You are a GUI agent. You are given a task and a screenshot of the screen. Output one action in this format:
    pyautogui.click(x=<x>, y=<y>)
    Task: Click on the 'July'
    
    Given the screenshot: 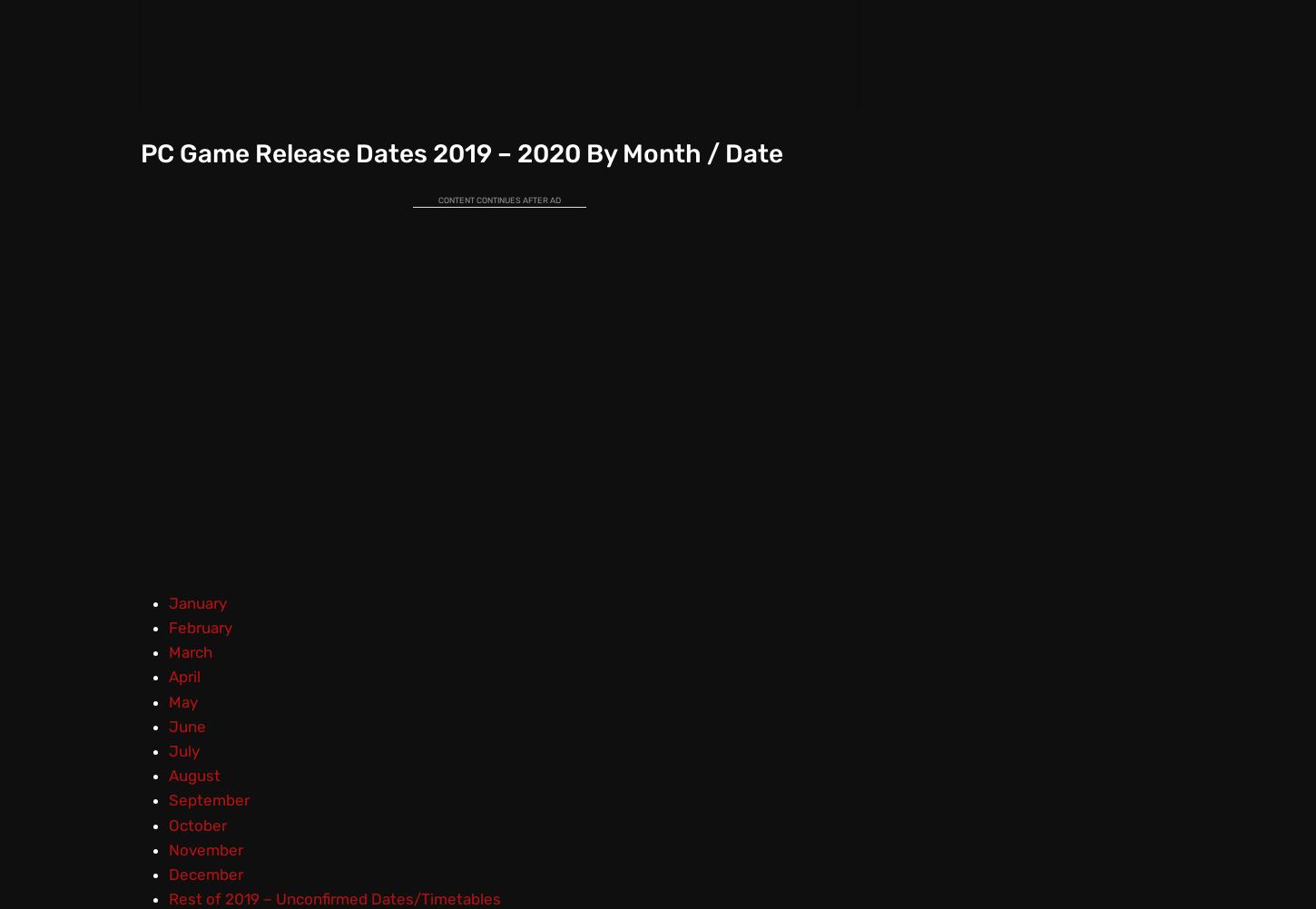 What is the action you would take?
    pyautogui.click(x=182, y=749)
    